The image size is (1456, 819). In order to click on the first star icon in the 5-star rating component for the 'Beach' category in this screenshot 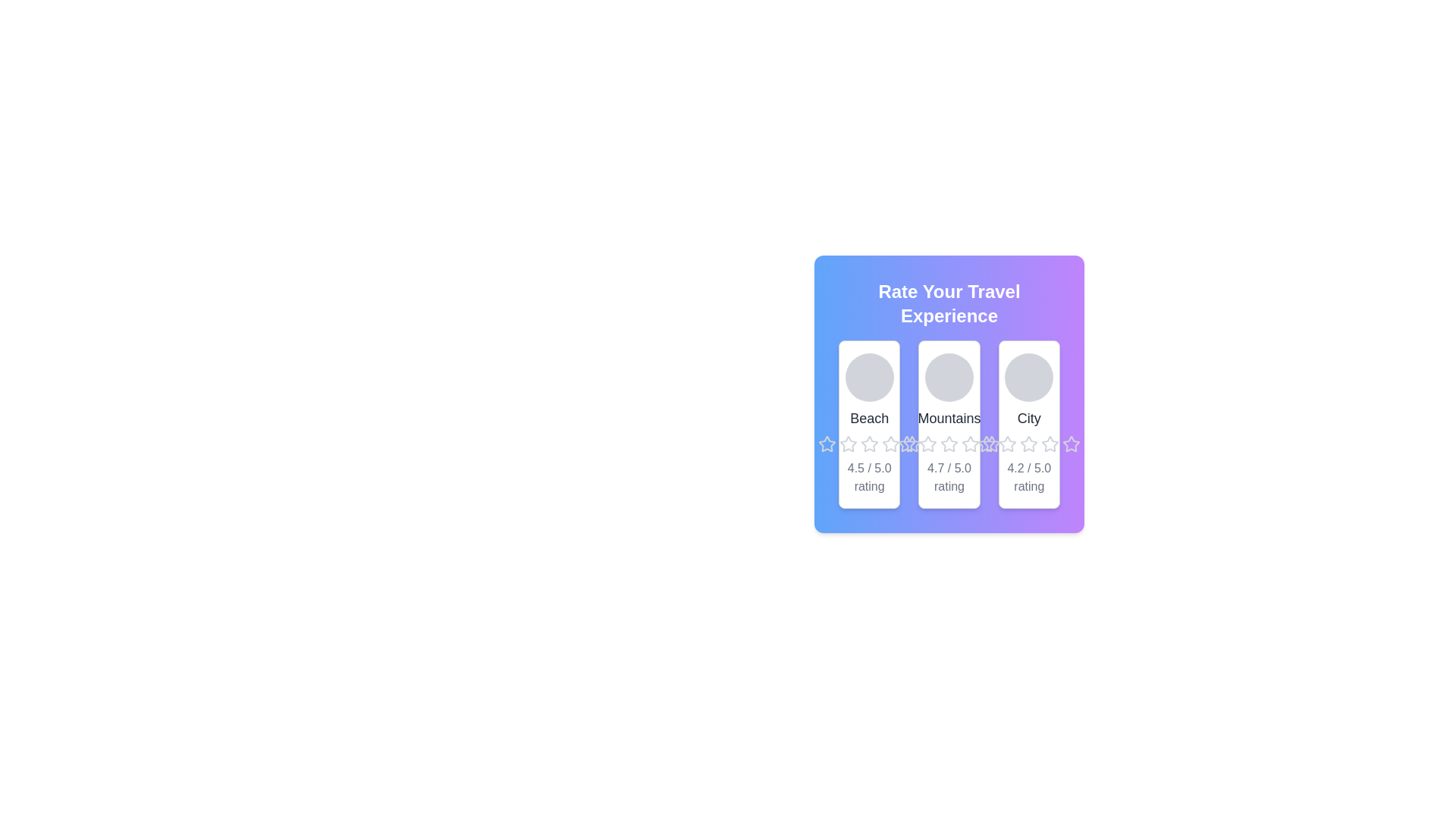, I will do `click(826, 444)`.